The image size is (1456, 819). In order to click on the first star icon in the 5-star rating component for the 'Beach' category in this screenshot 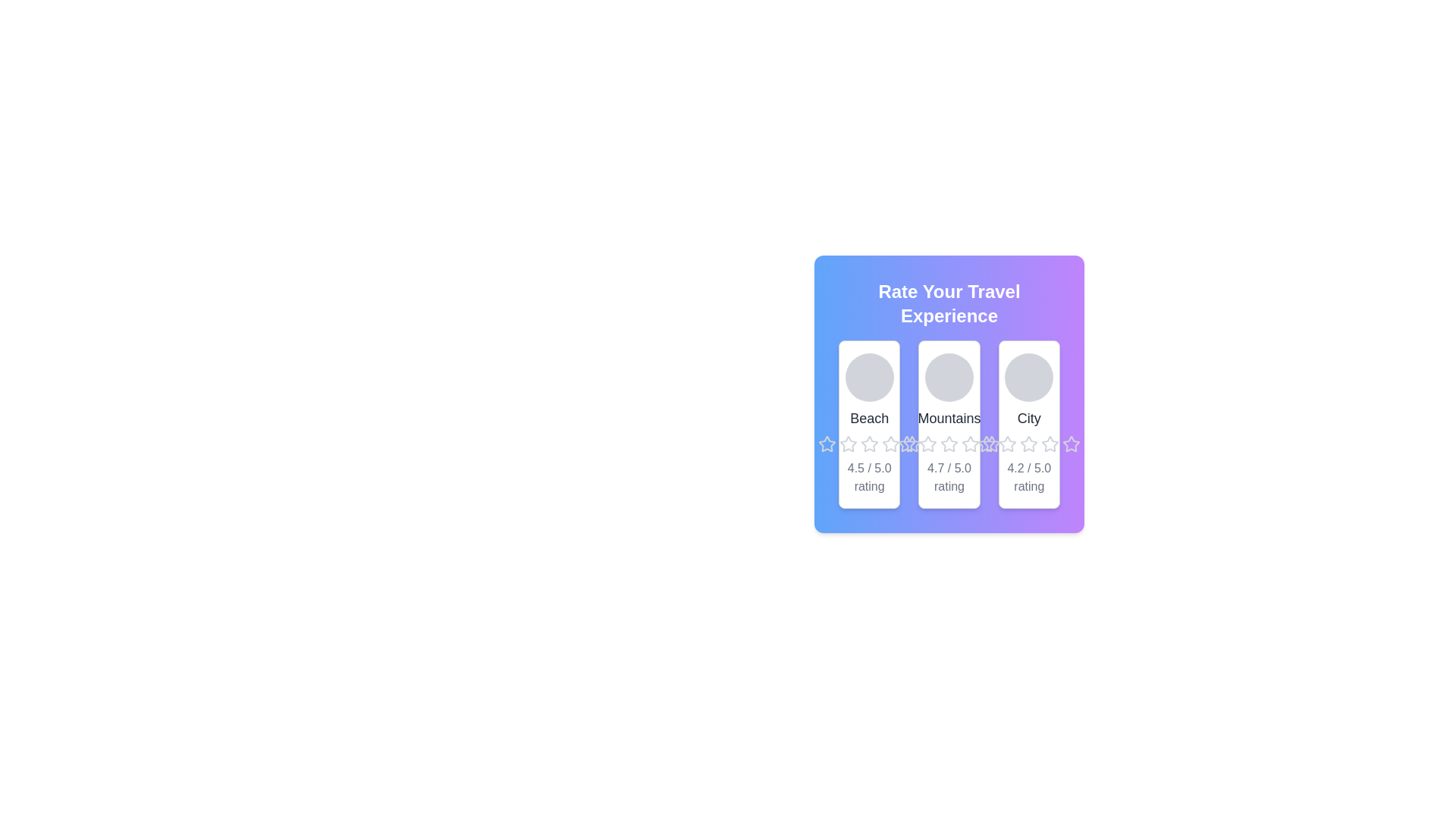, I will do `click(826, 444)`.